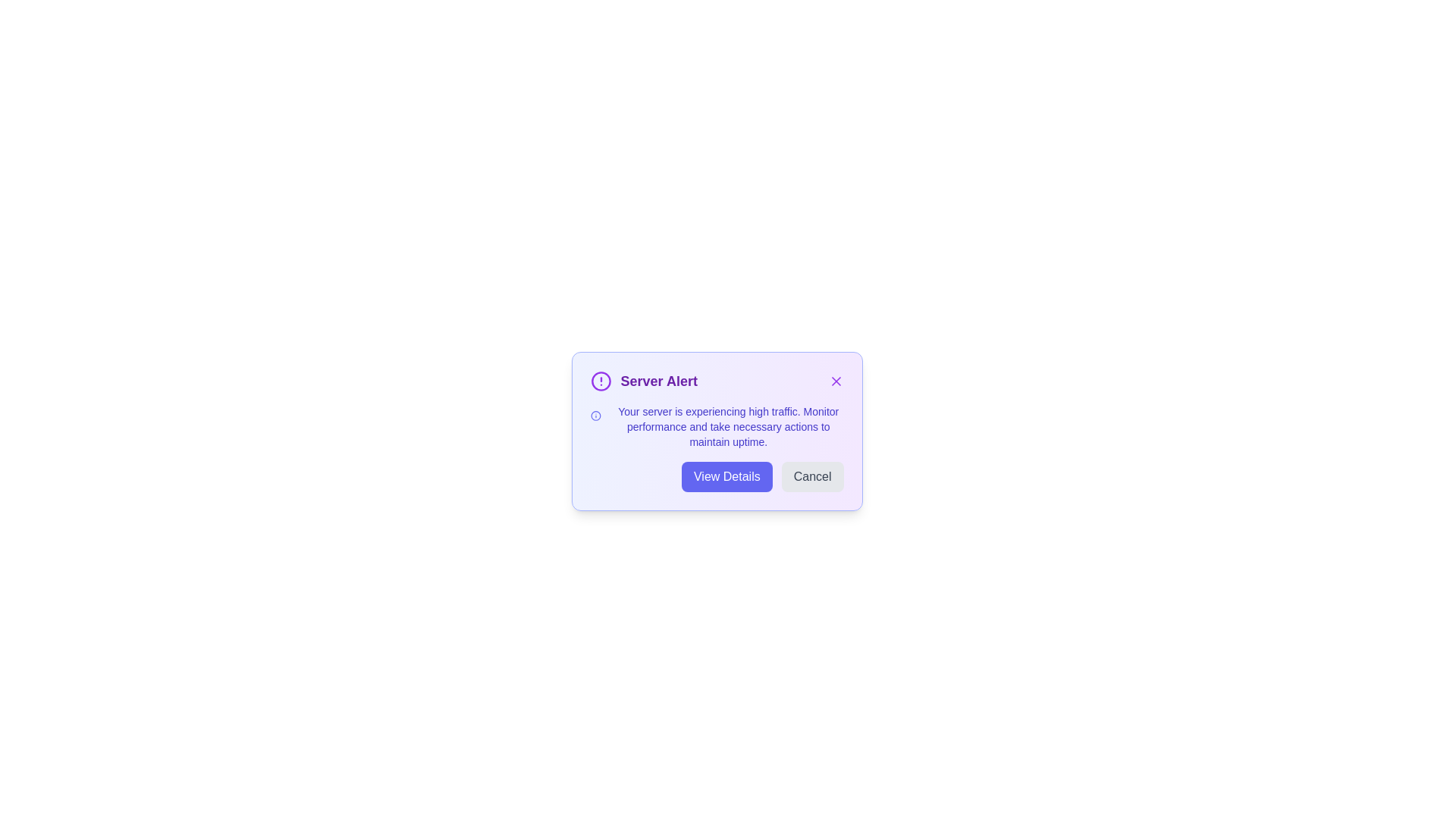  Describe the element at coordinates (726, 475) in the screenshot. I see `the 'View Details' button to proceed` at that location.